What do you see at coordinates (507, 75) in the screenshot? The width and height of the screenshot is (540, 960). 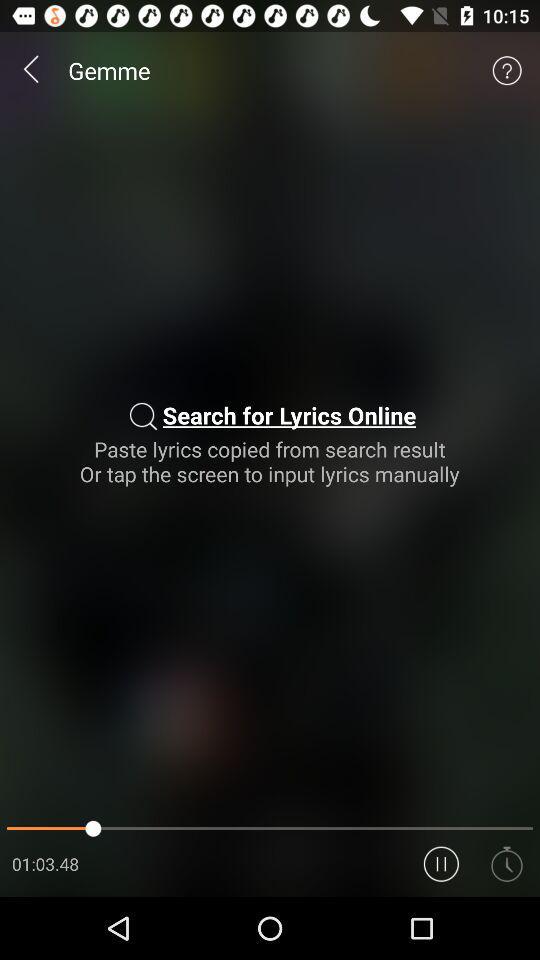 I see `the help icon` at bounding box center [507, 75].